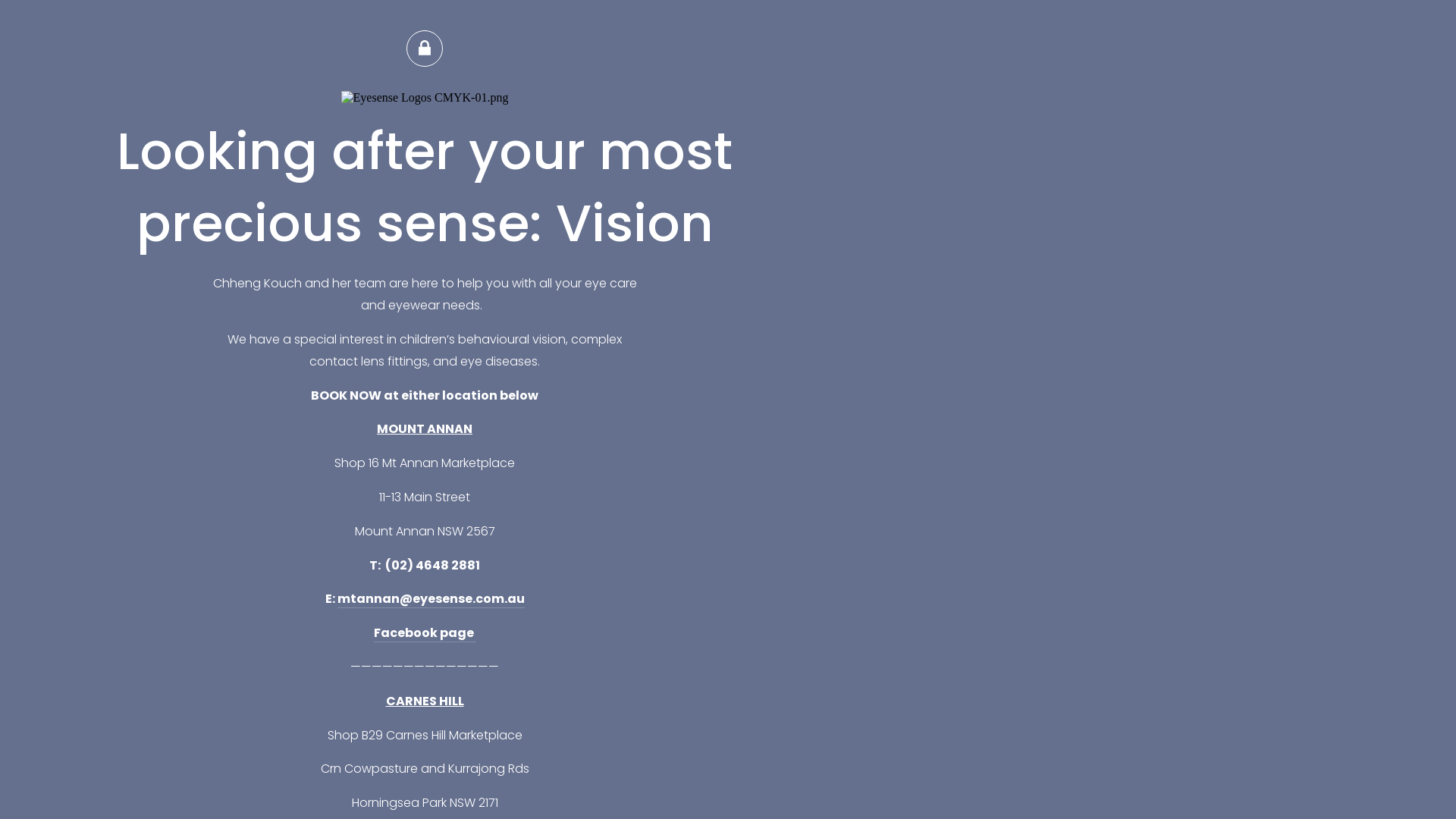 The image size is (1456, 819). Describe the element at coordinates (372, 632) in the screenshot. I see `'Facebook page '` at that location.